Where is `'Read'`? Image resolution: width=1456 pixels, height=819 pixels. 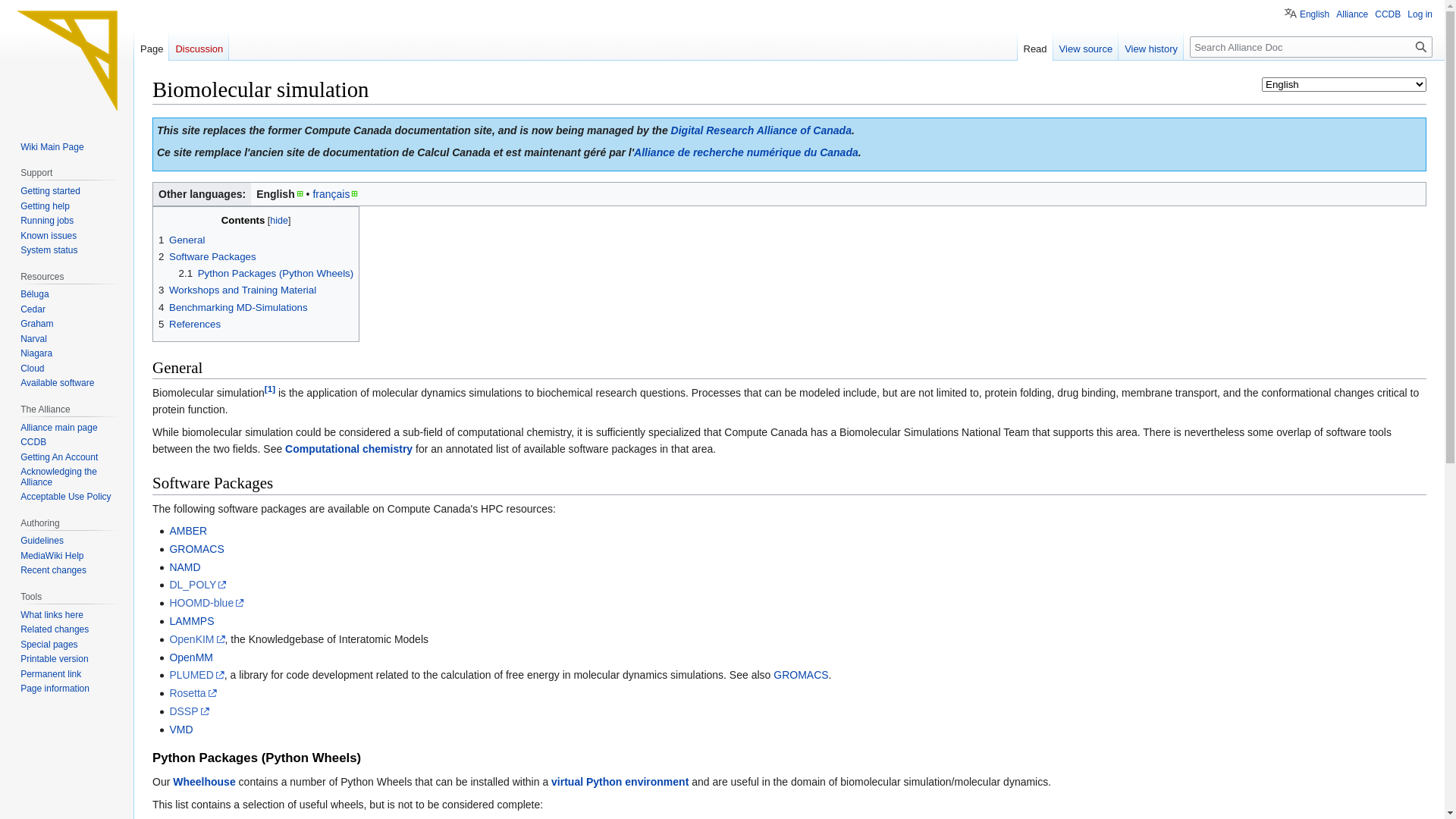 'Read' is located at coordinates (1034, 45).